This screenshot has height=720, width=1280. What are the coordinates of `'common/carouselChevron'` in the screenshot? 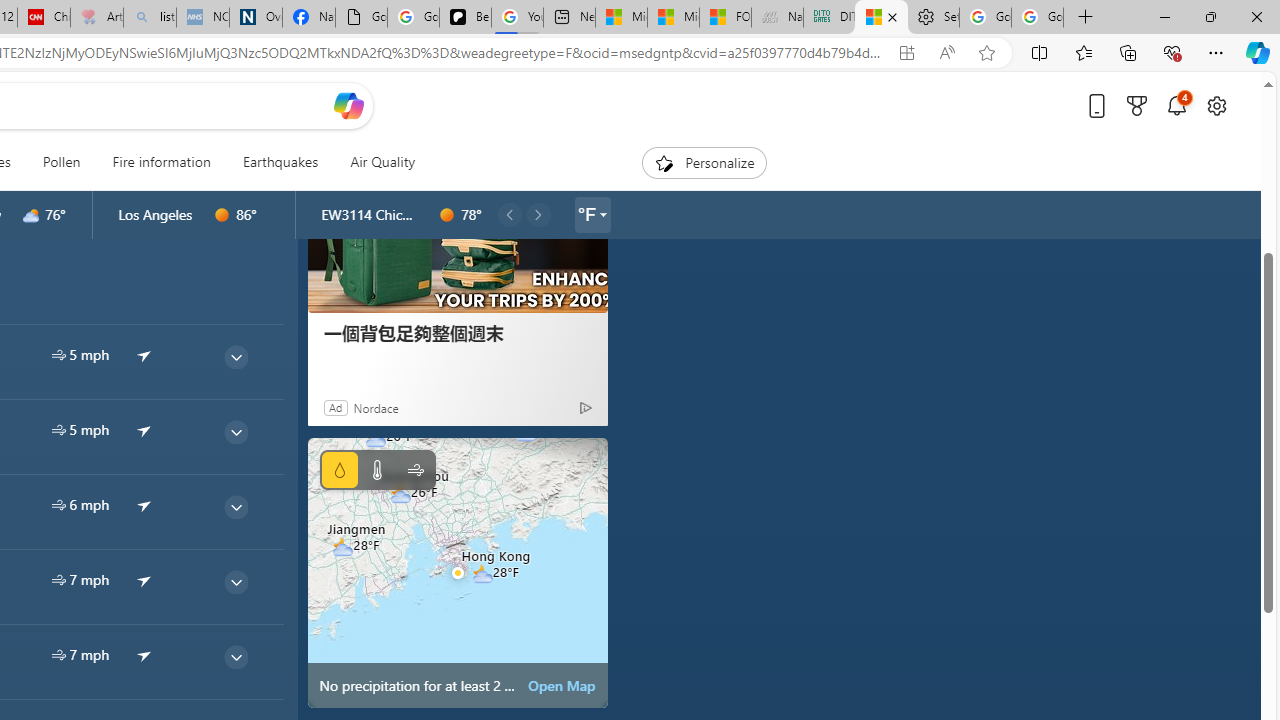 It's located at (538, 214).